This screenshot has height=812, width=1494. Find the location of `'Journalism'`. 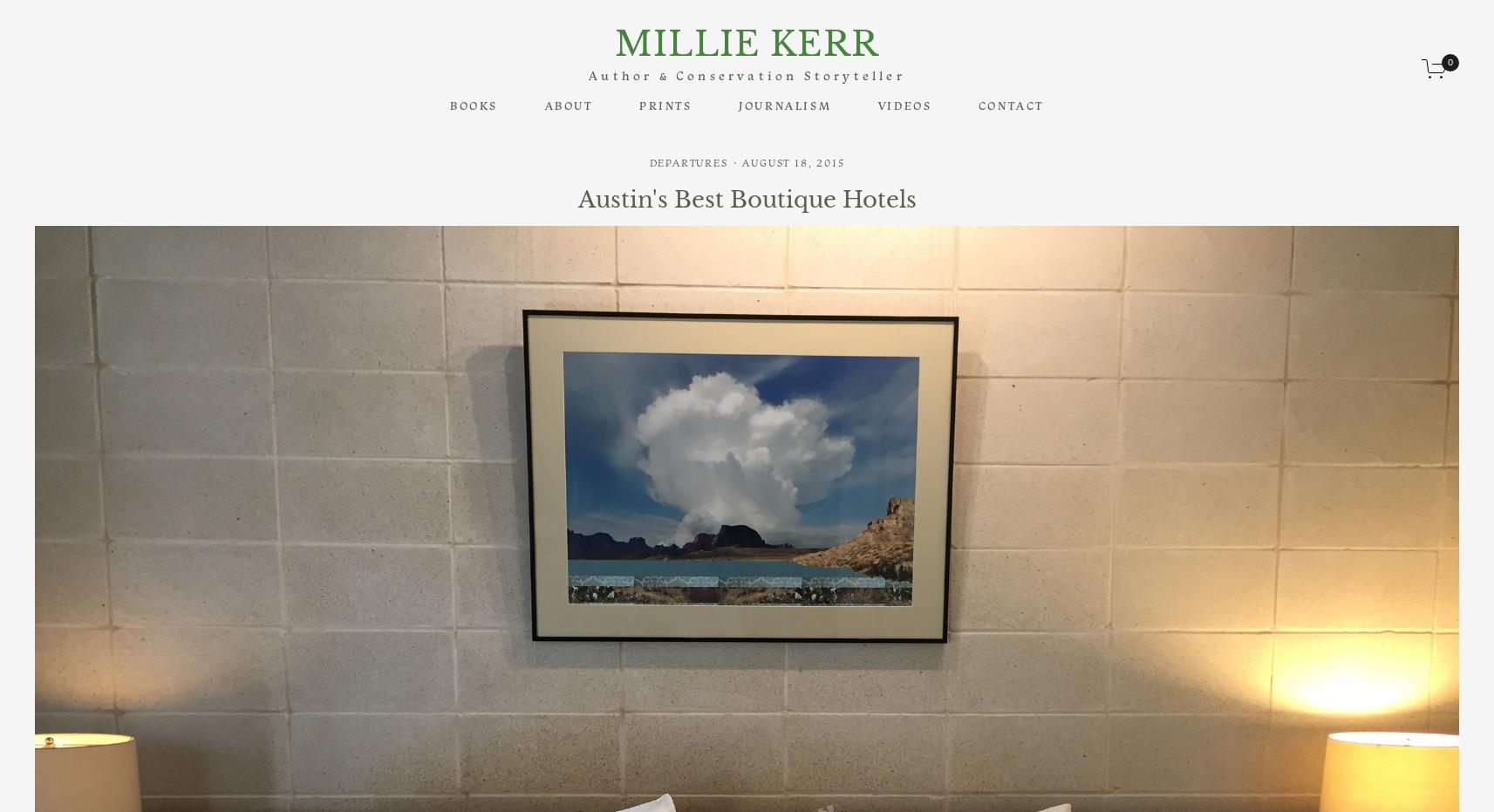

'Journalism' is located at coordinates (785, 106).